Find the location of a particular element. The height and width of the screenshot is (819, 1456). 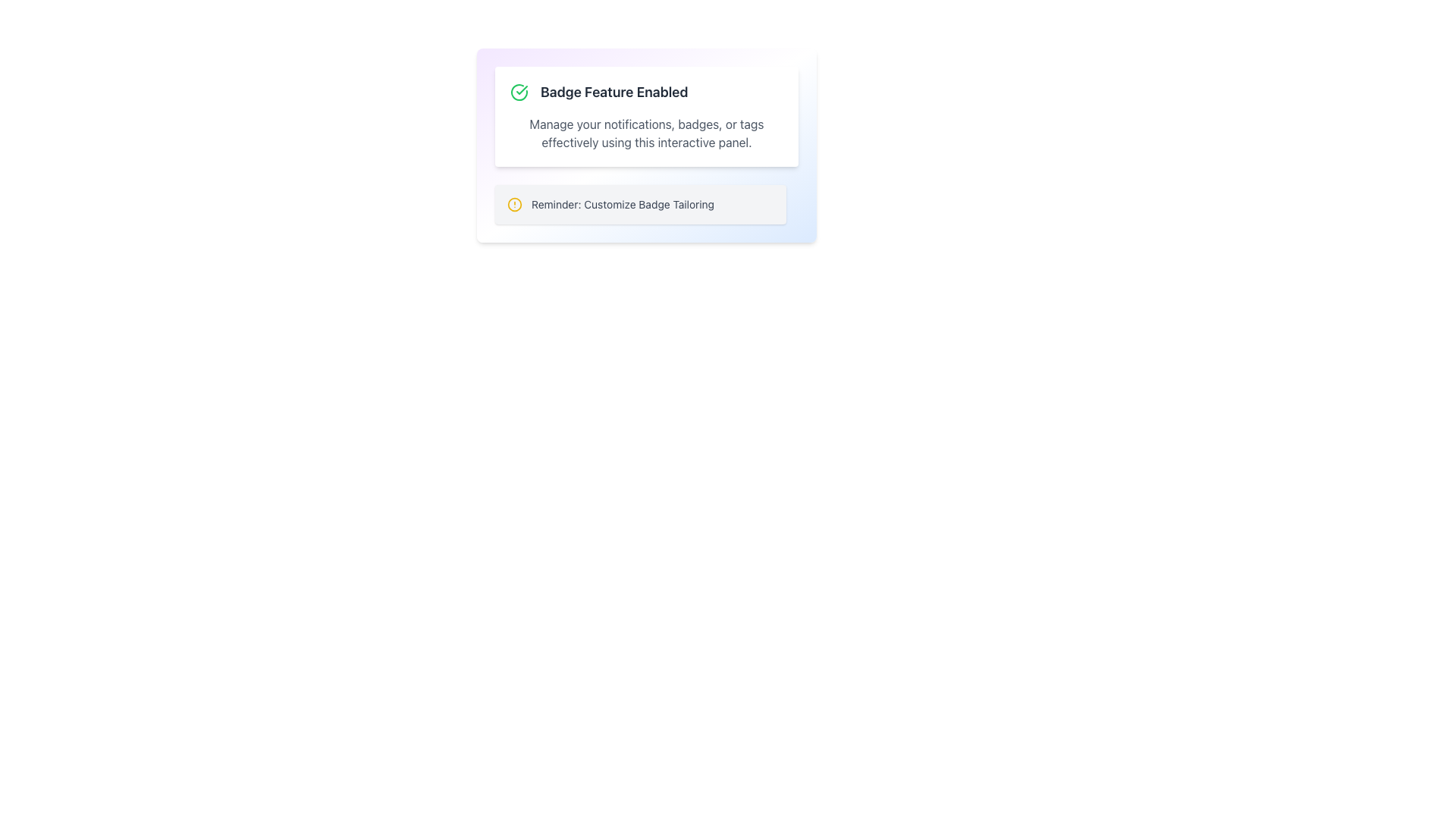

the text label that conveys the status of the 'Badge Feature' being enabled, positioned to the right of a green checkmark icon in the upper section of the interface is located at coordinates (614, 93).